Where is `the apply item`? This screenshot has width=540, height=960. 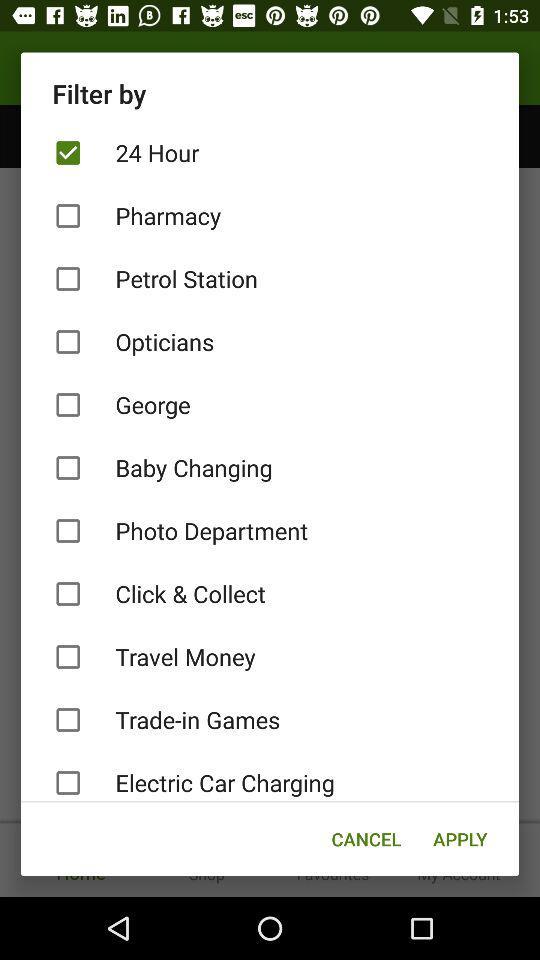
the apply item is located at coordinates (460, 839).